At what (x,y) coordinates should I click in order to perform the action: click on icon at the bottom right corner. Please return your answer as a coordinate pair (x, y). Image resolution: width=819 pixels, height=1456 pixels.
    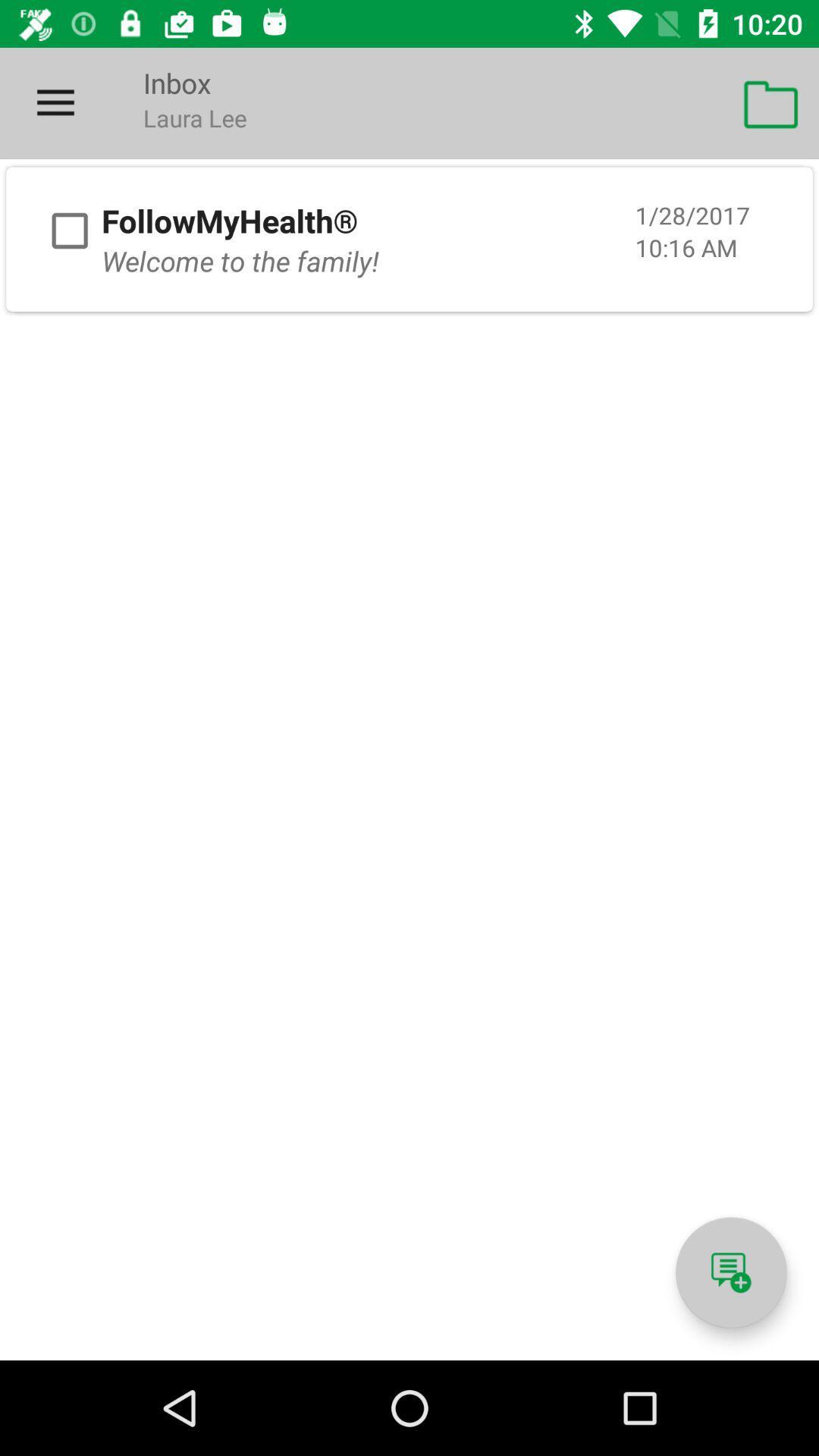
    Looking at the image, I should click on (730, 1272).